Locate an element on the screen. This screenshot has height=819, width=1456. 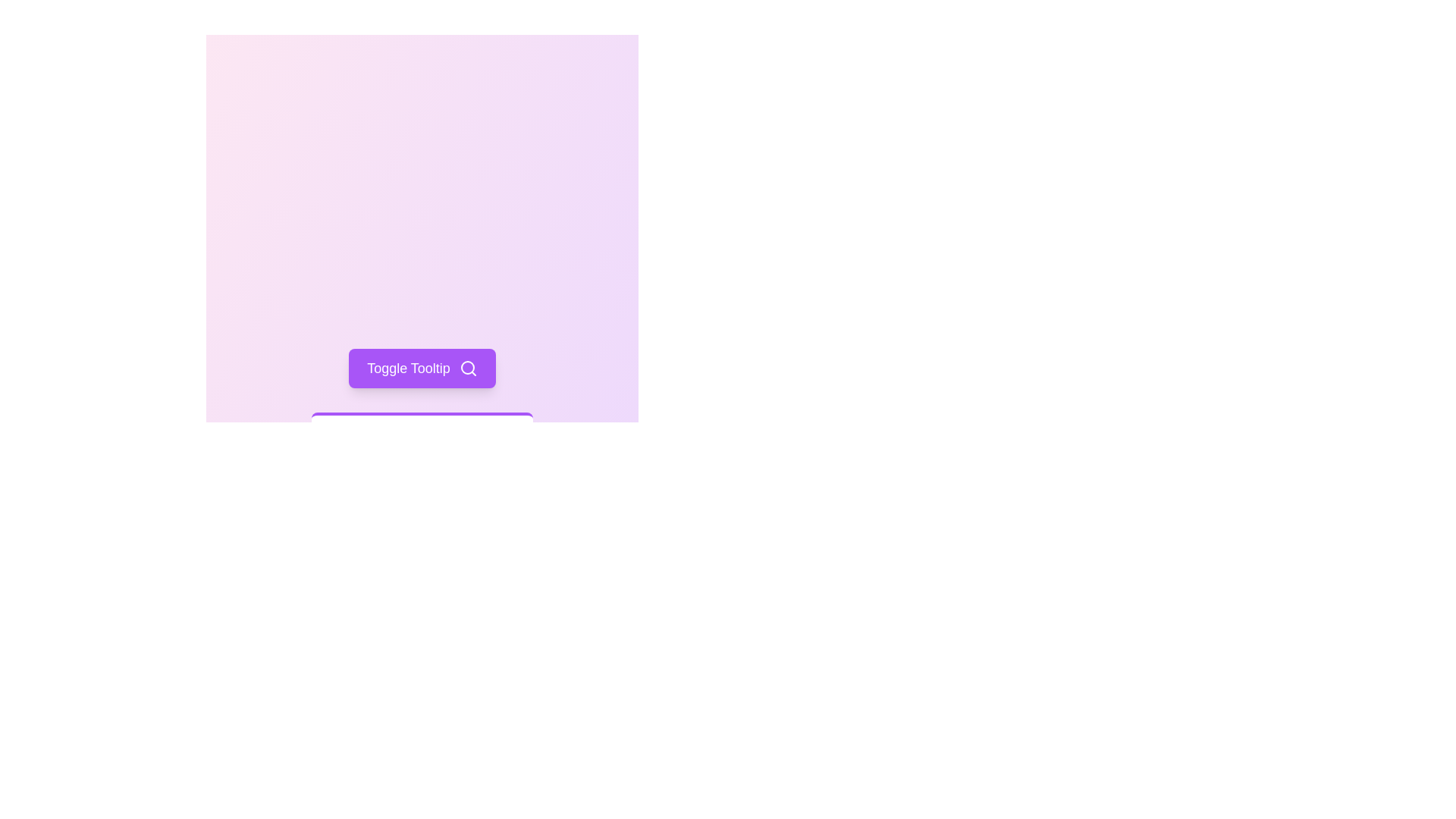
the prominent purple button with rounded corners labeled 'Toggle Tooltip' is located at coordinates (422, 369).